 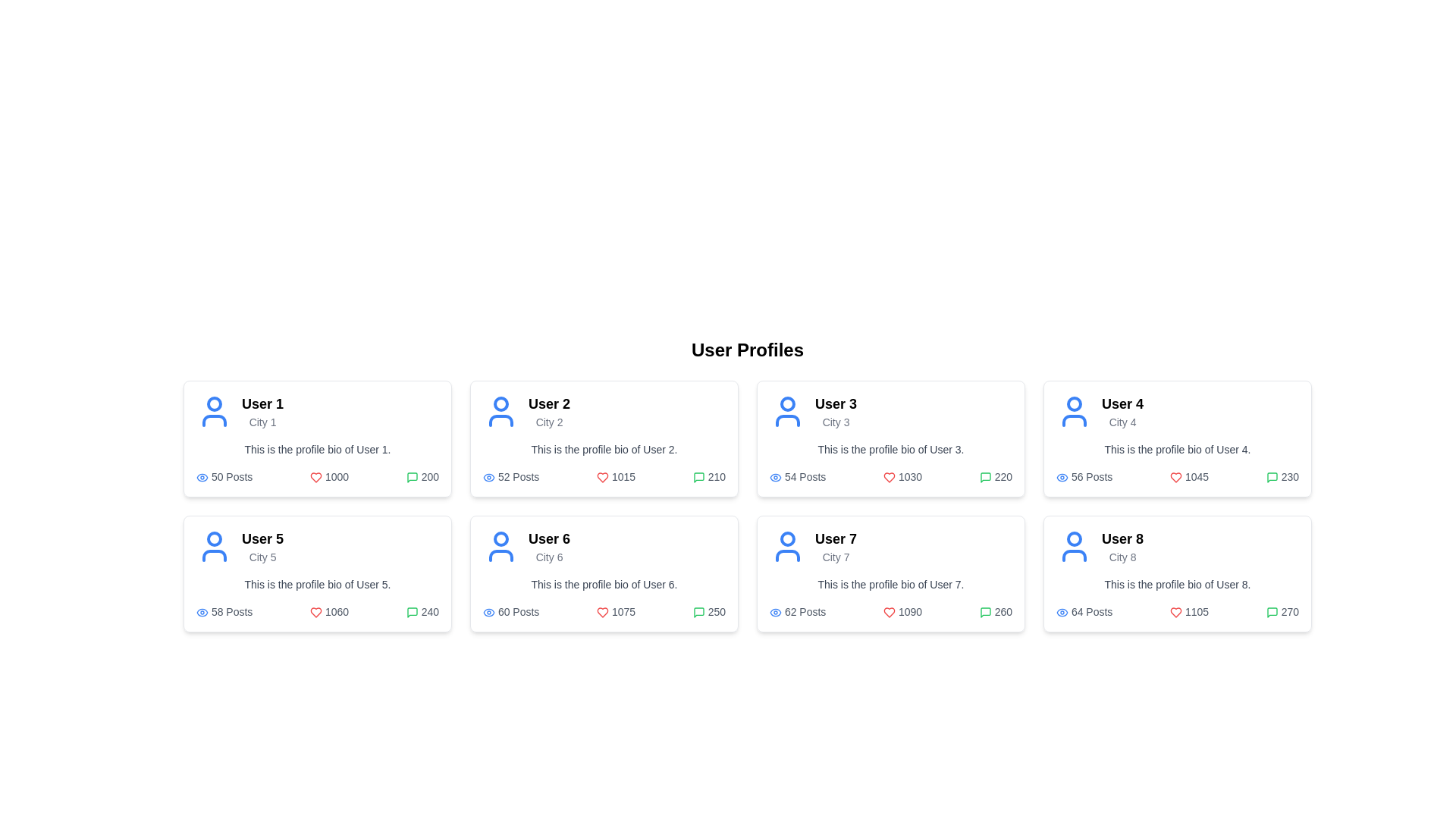 I want to click on the speech bubble icon located at the bottom right corner of the user profile card labeled 'User 8', so click(x=1272, y=612).